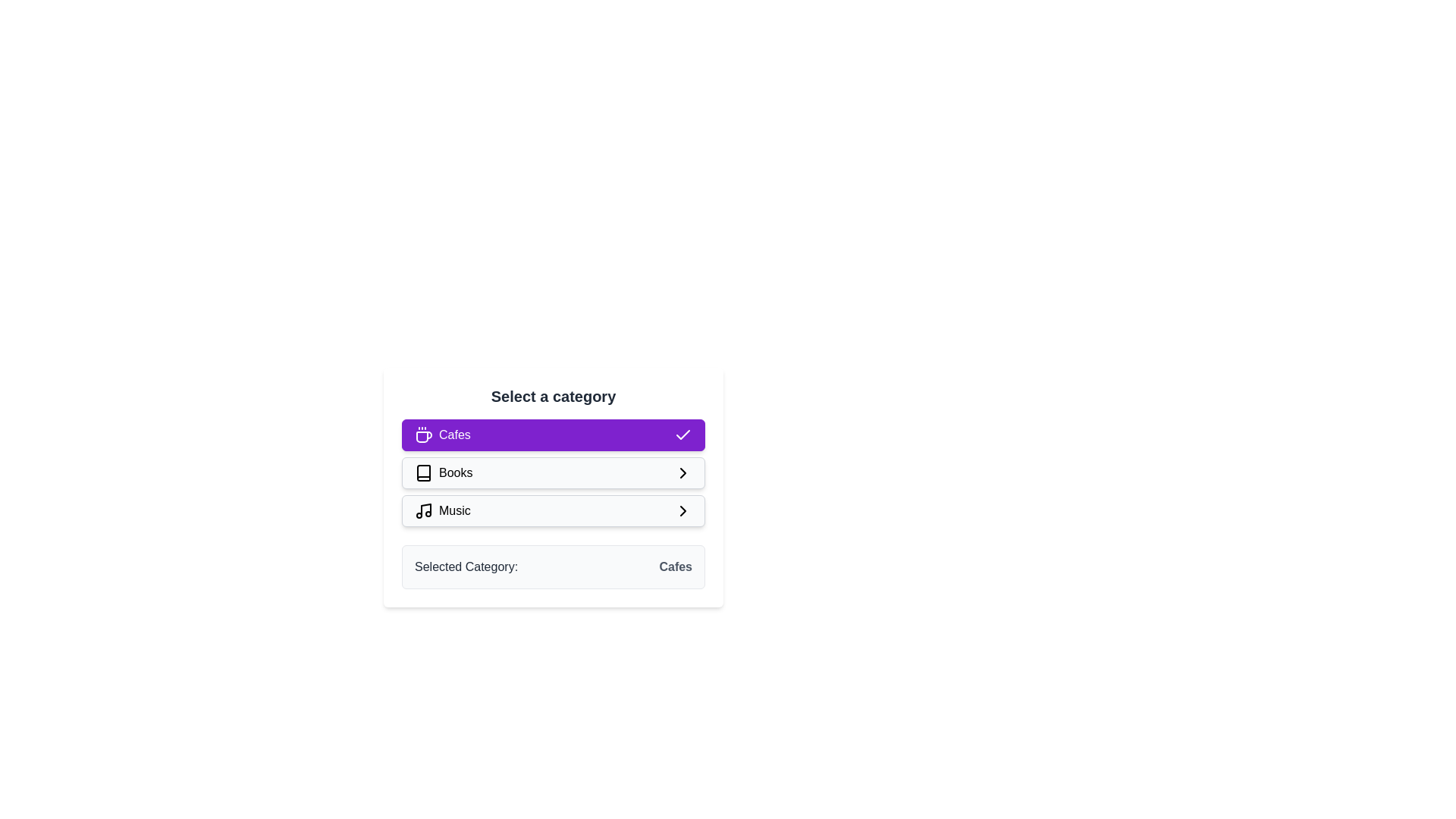 The width and height of the screenshot is (1456, 819). I want to click on the 'Music' text label located in the selectable categories list, so click(453, 511).